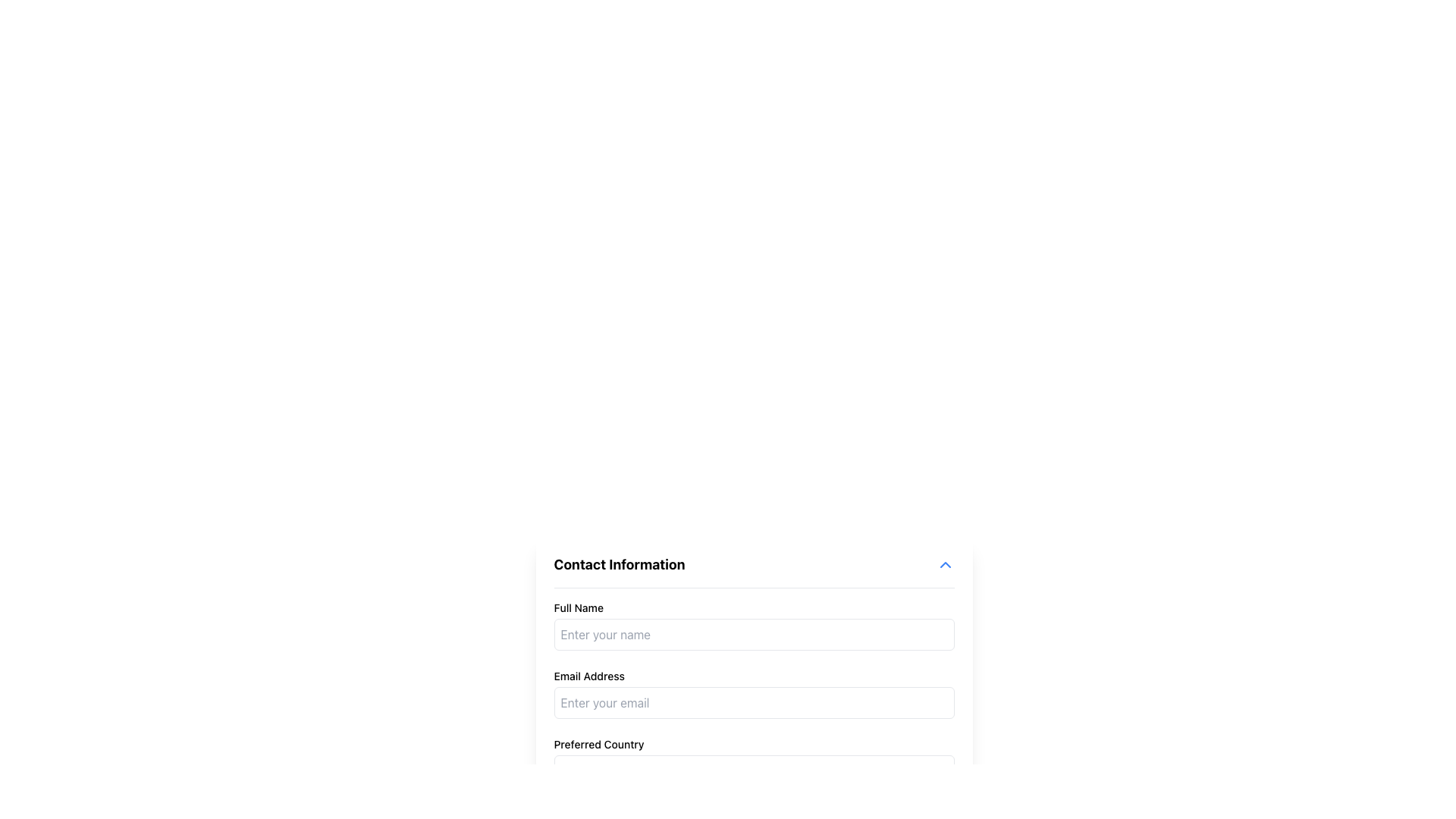 The image size is (1456, 819). I want to click on an option from the dropdown menu located beneath the label 'Preferred Country' in the 'Contact Information' section, so click(754, 769).